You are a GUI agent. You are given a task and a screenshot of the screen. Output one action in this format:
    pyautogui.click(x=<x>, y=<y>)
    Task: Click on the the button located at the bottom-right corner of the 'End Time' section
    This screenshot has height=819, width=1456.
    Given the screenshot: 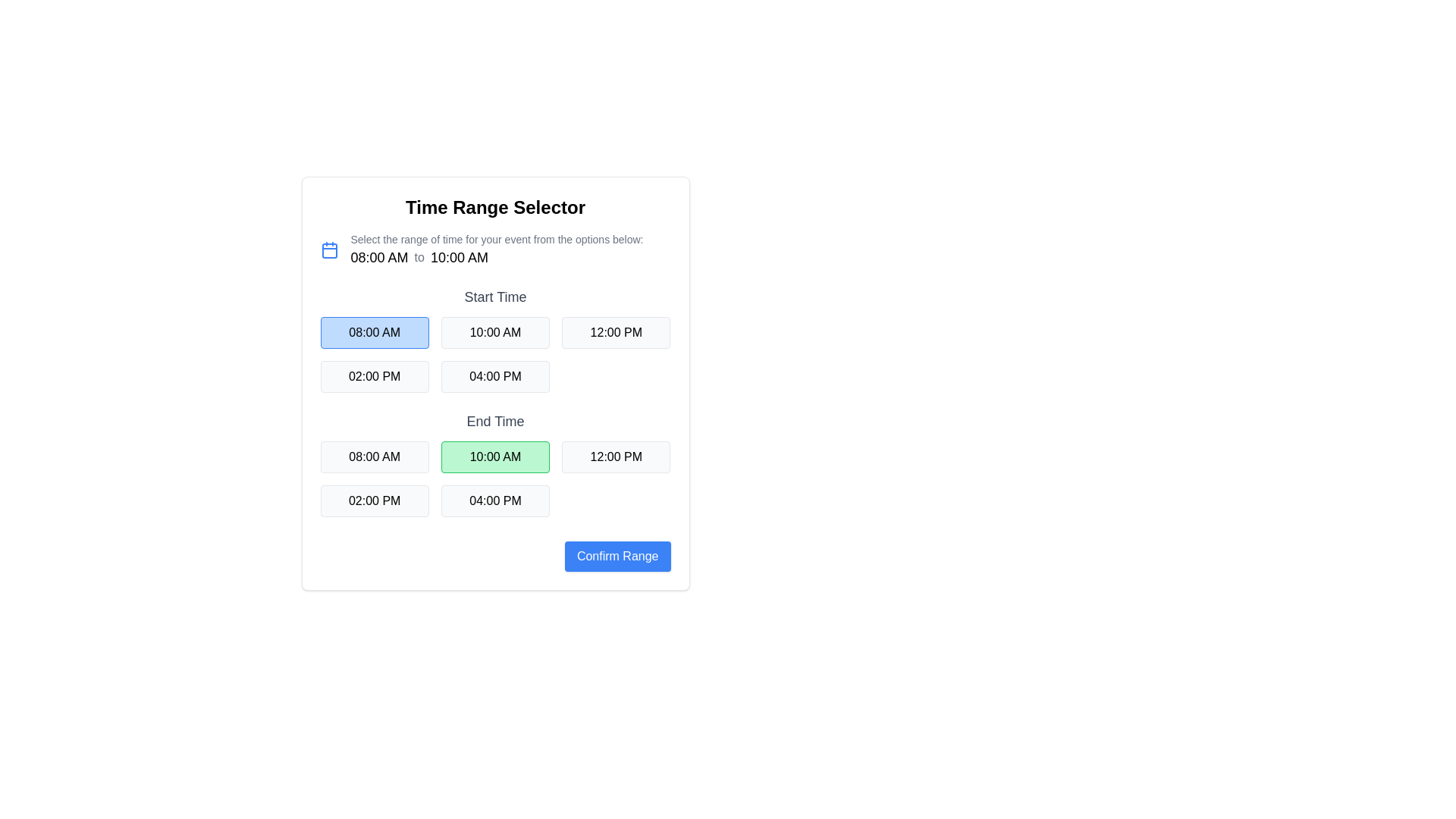 What is the action you would take?
    pyautogui.click(x=617, y=556)
    